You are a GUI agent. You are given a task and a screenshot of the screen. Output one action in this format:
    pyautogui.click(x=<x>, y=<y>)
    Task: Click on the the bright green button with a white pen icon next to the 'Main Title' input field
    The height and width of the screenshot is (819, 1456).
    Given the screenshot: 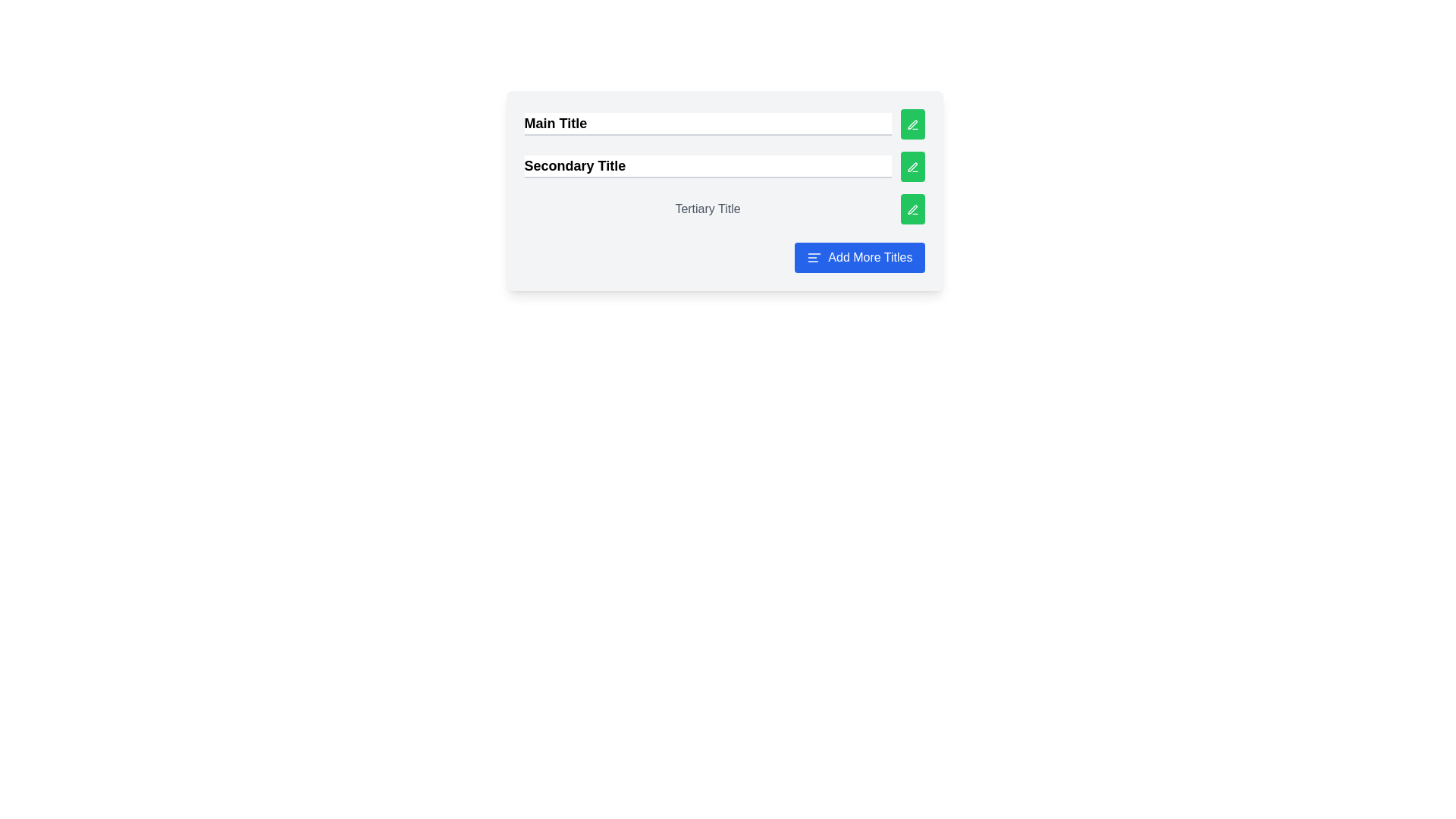 What is the action you would take?
    pyautogui.click(x=912, y=124)
    